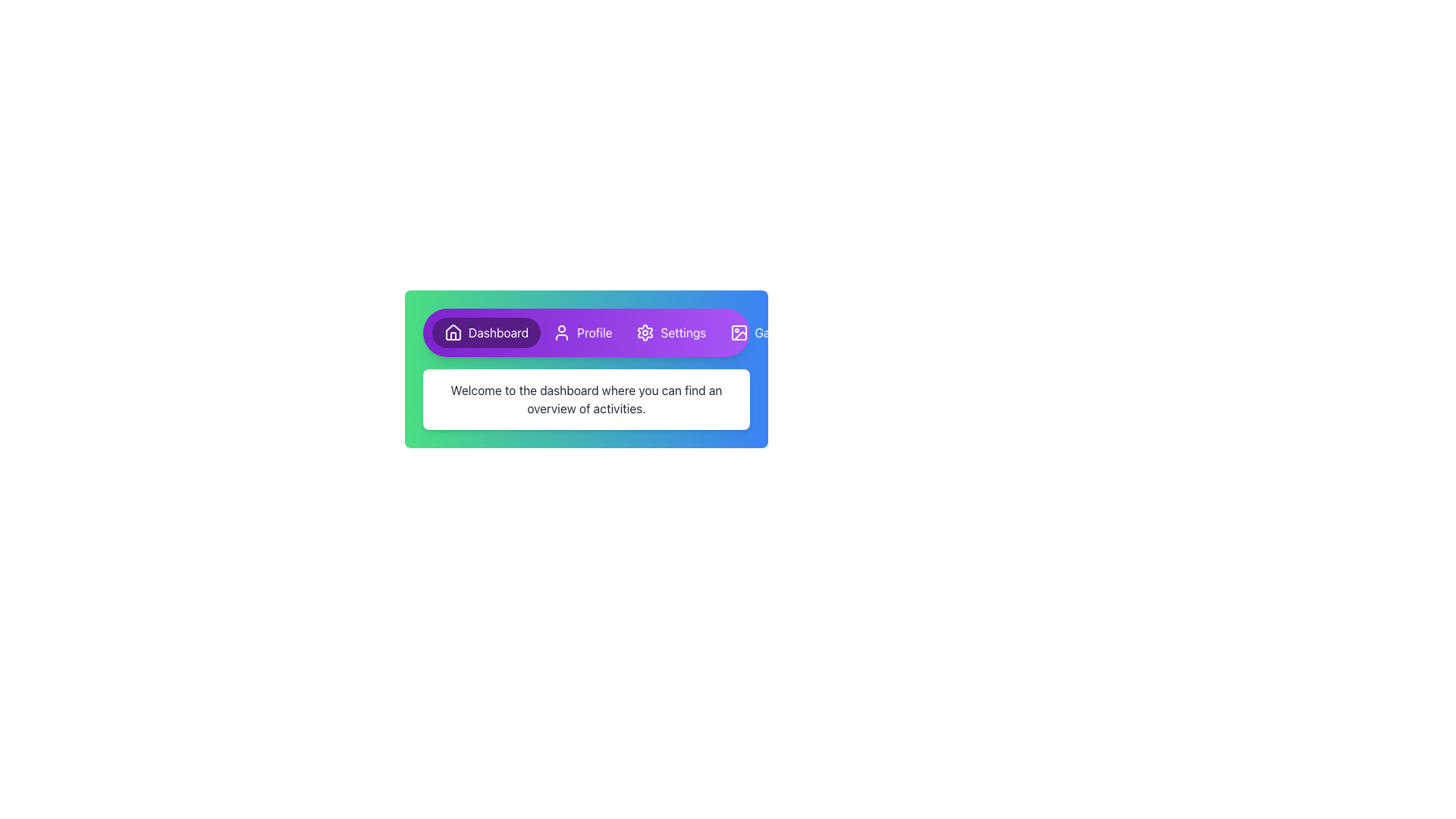 This screenshot has height=819, width=1456. Describe the element at coordinates (560, 332) in the screenshot. I see `the 'Profile' icon located in the top navigation bar, which is the second item from the left` at that location.